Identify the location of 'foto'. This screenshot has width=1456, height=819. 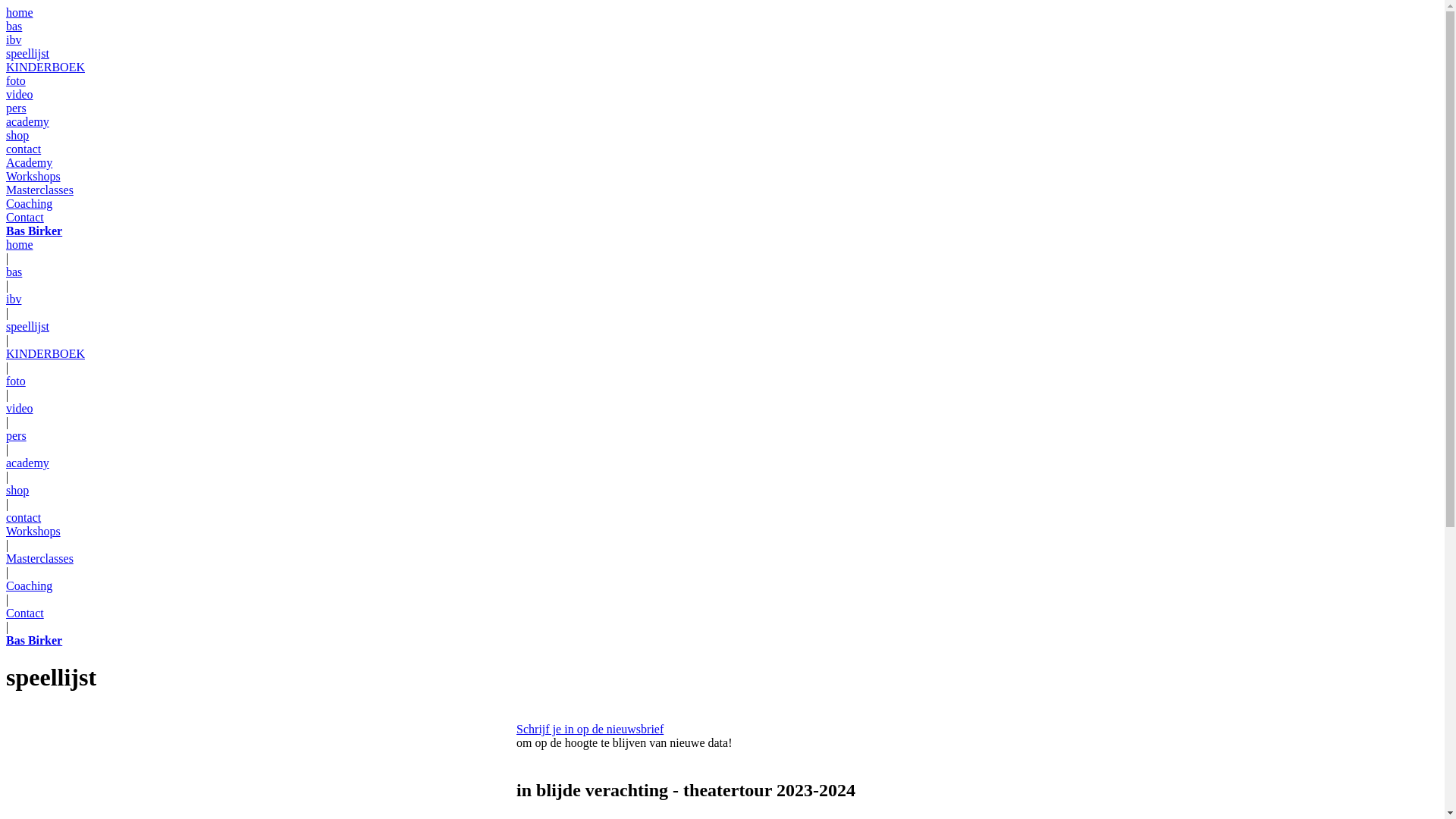
(15, 380).